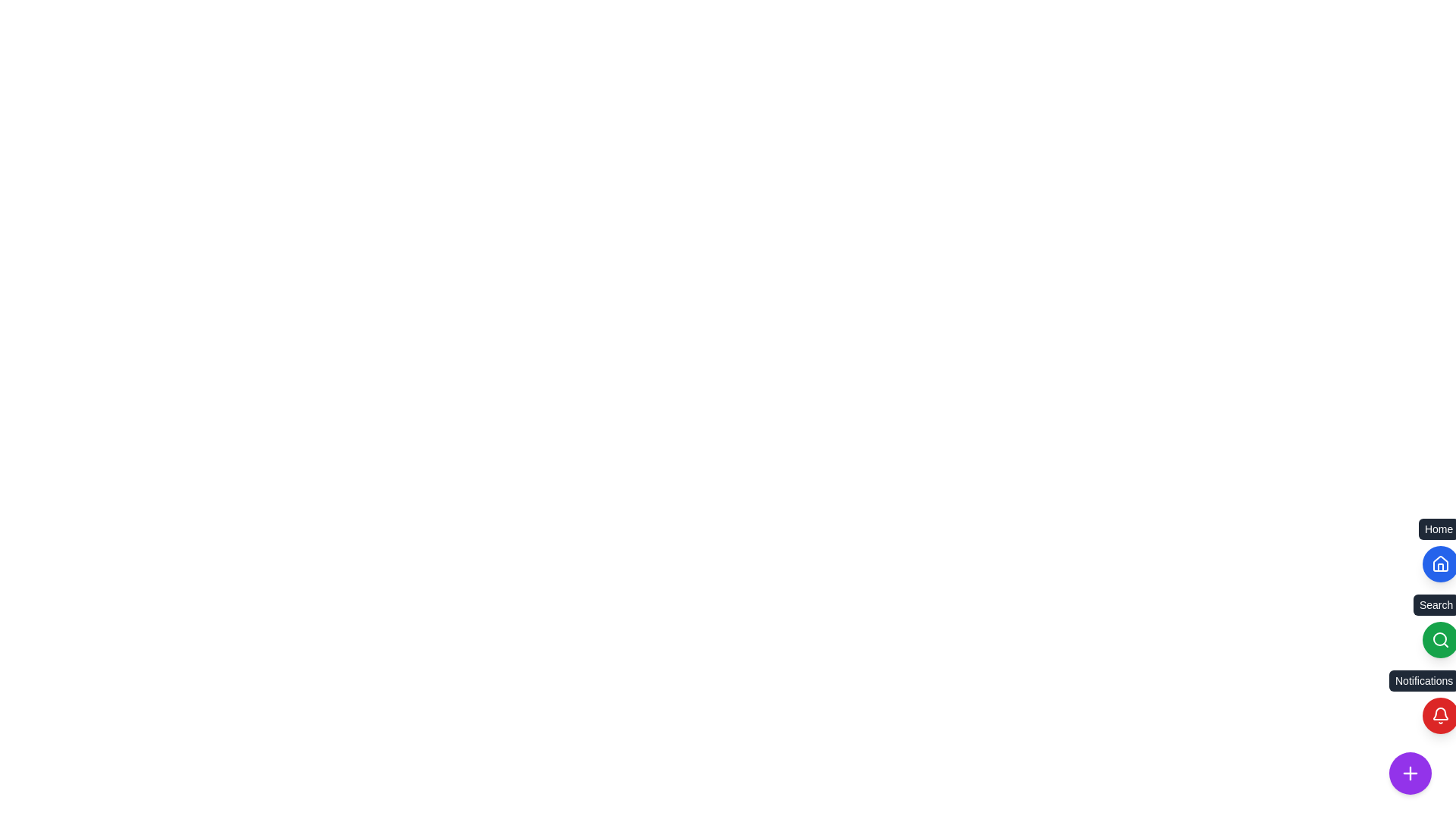 This screenshot has height=819, width=1456. I want to click on the central 'Home' icon within the circular blue button located at the top of the vertical navigation menu on the right side of the interface, so click(1440, 564).